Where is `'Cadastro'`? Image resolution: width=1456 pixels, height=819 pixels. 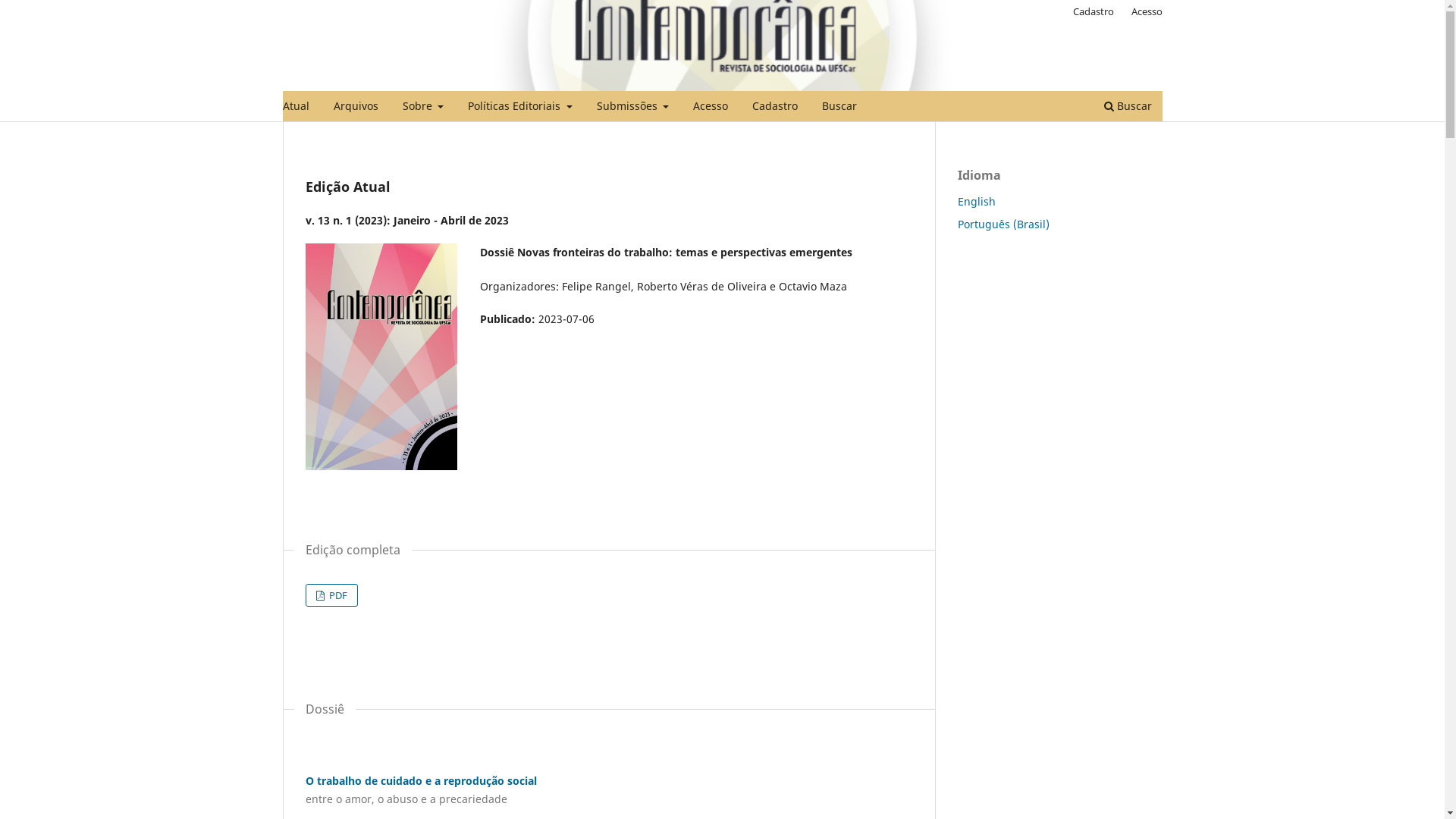
'Cadastro' is located at coordinates (1093, 11).